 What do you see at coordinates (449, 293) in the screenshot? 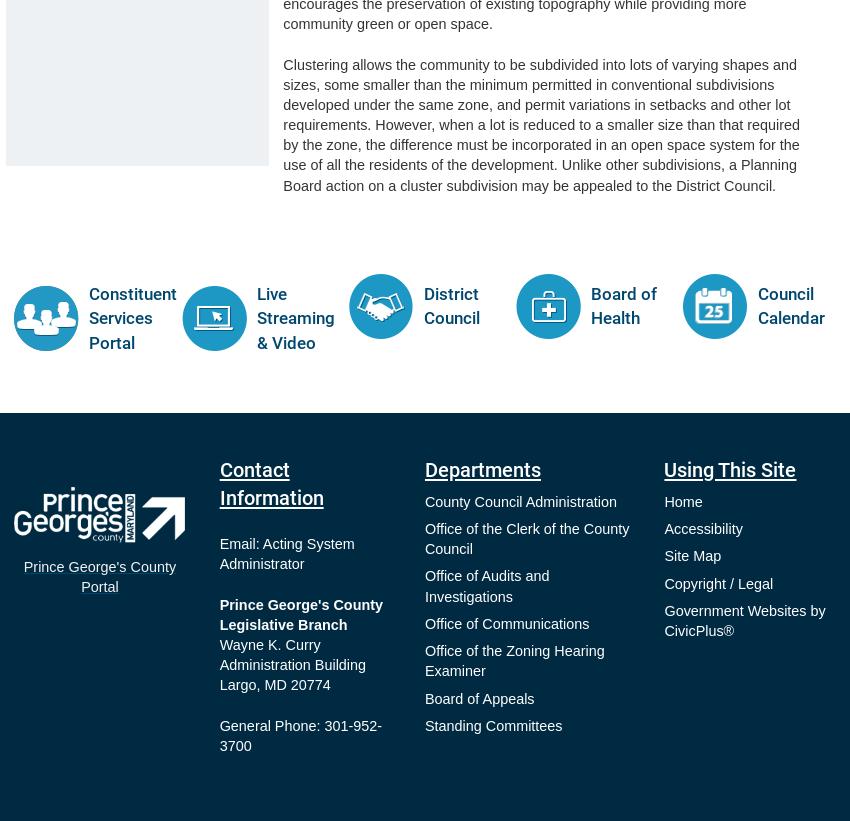
I see `'District'` at bounding box center [449, 293].